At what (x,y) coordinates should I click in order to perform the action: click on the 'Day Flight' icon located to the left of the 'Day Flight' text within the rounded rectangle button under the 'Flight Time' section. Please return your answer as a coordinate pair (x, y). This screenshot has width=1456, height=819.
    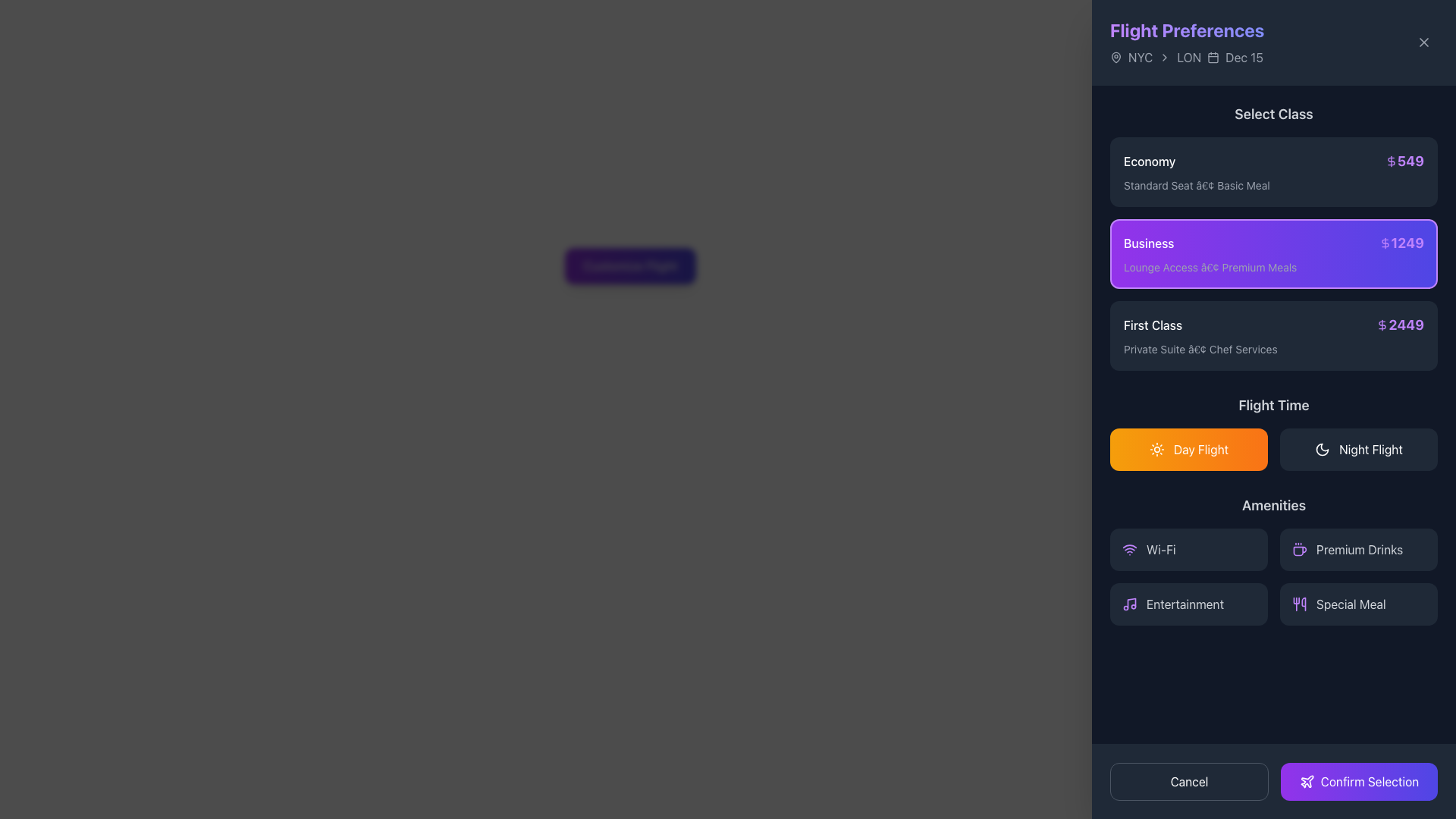
    Looking at the image, I should click on (1156, 449).